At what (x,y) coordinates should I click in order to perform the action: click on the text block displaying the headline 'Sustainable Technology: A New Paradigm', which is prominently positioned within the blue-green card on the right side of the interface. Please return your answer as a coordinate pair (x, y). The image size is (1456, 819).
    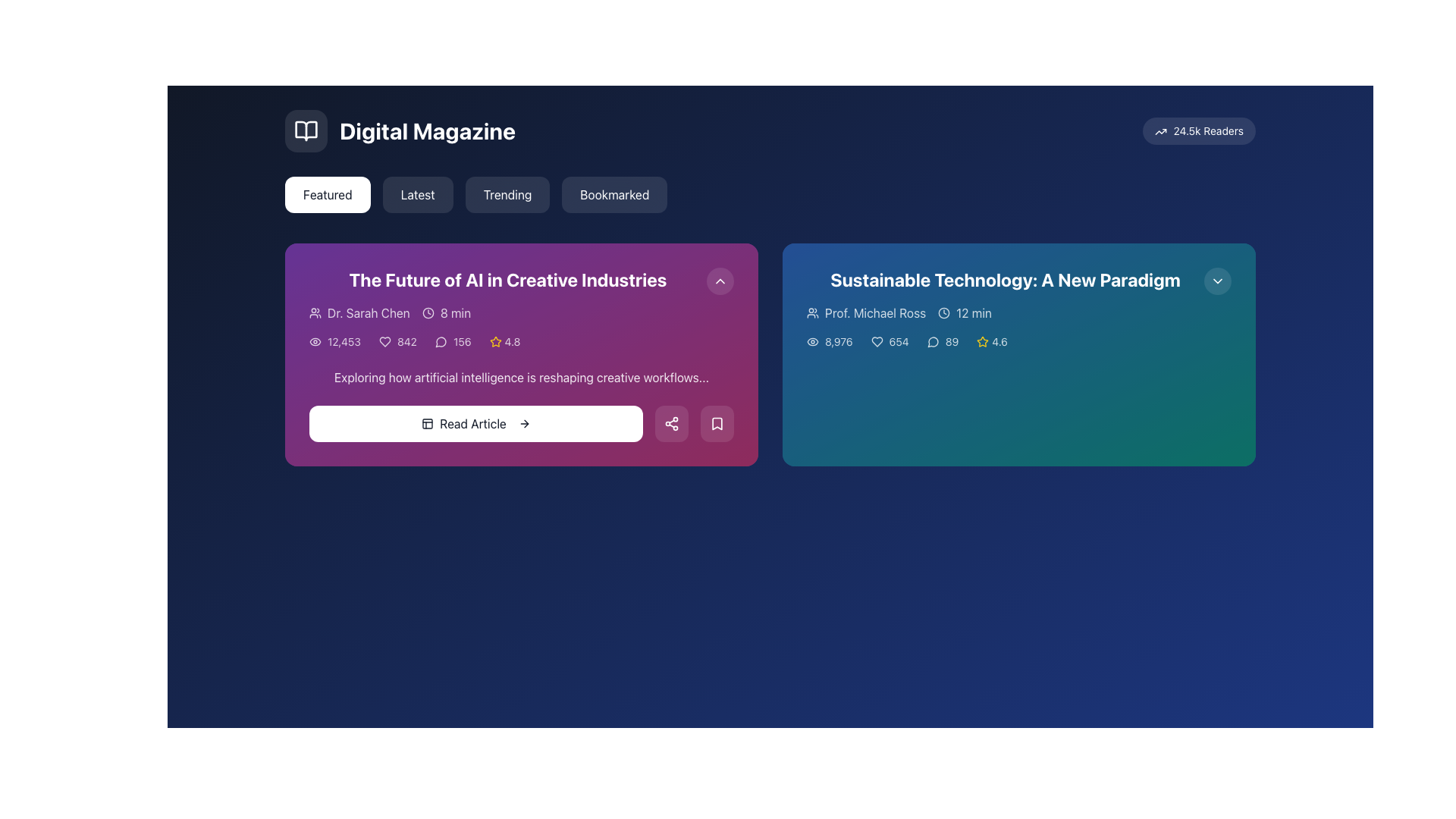
    Looking at the image, I should click on (1005, 280).